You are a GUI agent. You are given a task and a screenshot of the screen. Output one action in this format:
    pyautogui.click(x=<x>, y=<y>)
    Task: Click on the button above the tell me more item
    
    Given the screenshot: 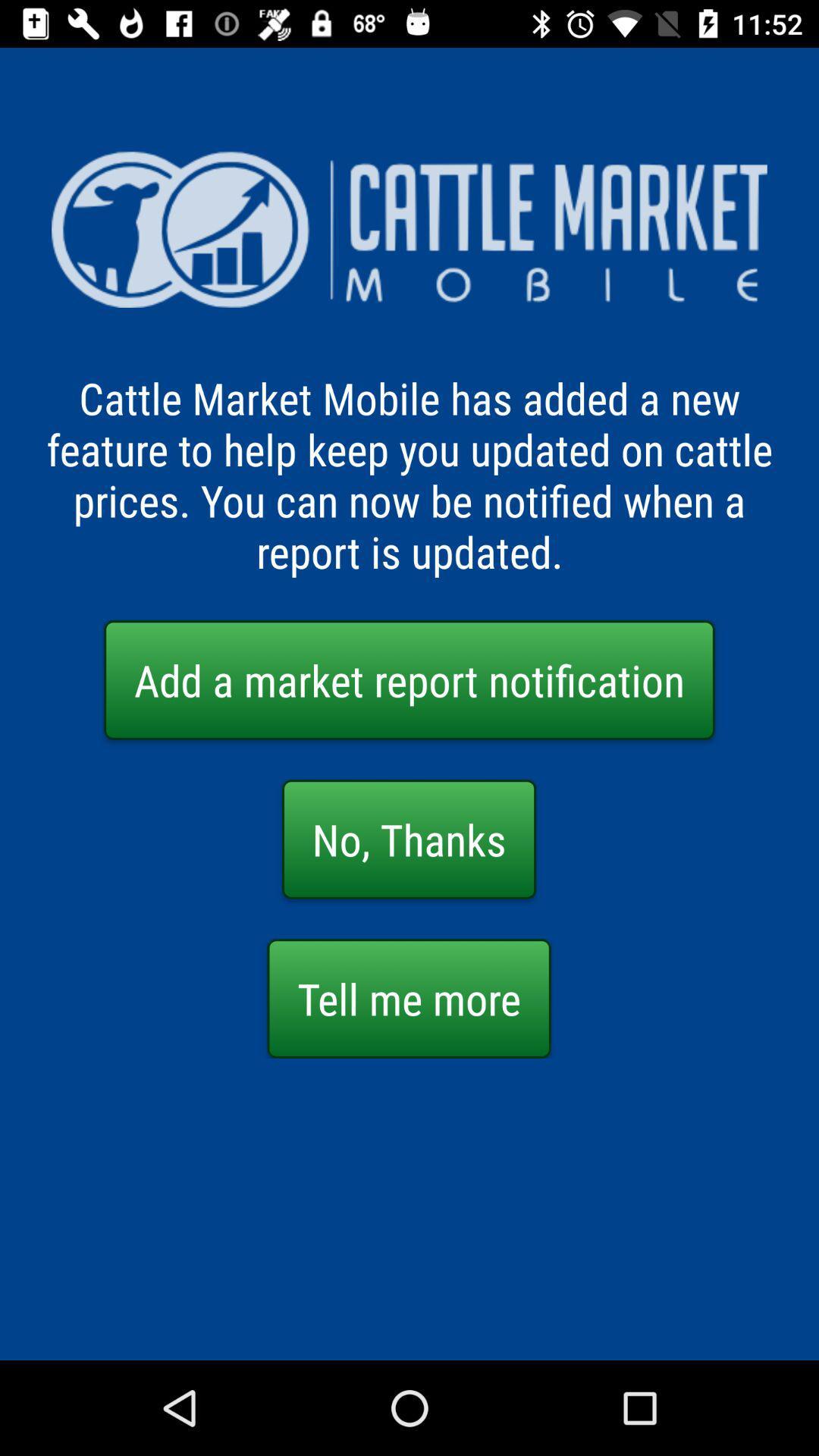 What is the action you would take?
    pyautogui.click(x=408, y=839)
    